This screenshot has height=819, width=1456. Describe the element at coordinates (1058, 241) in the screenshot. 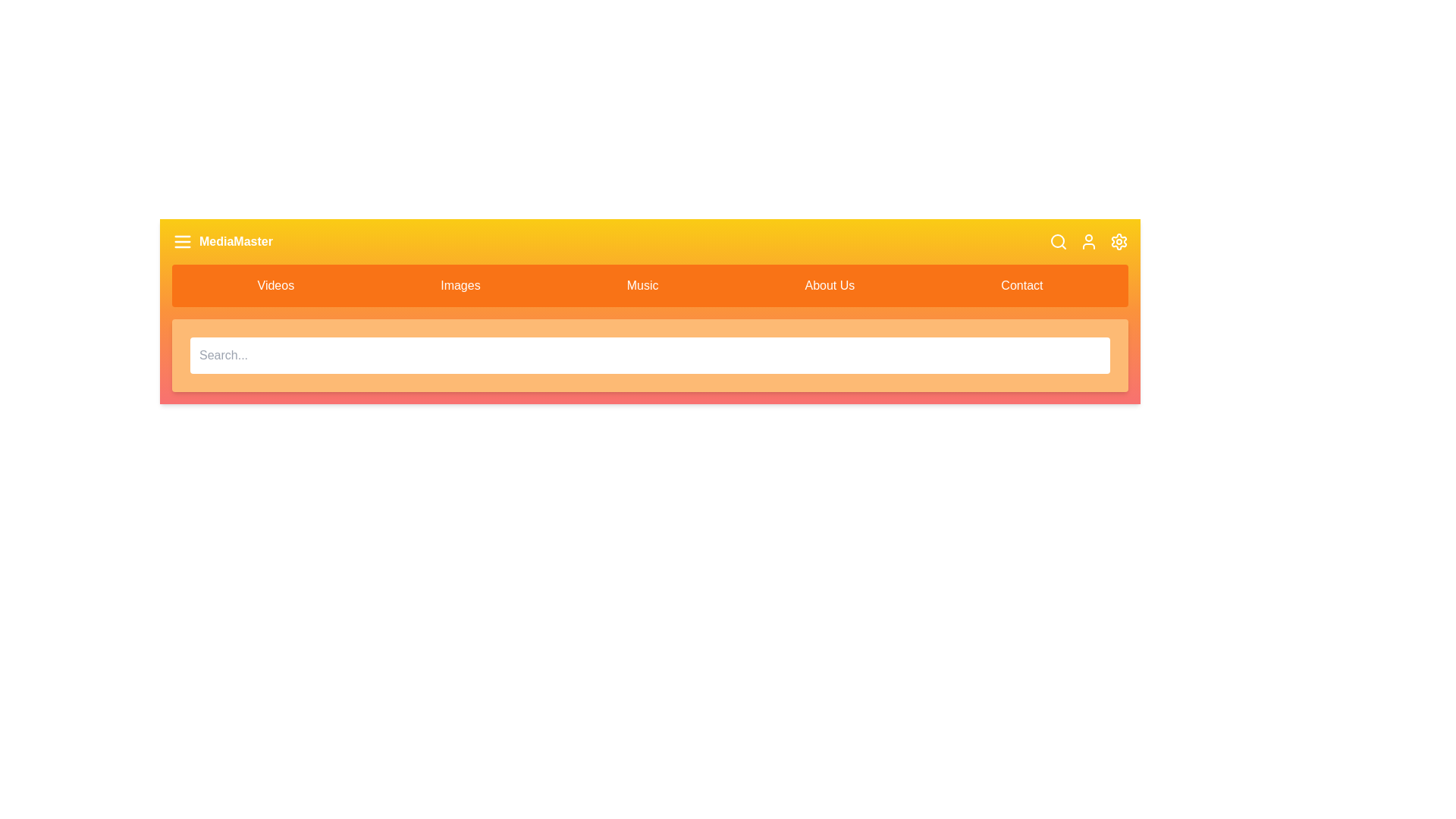

I see `the search icon to toggle the visibility of the search bar` at that location.